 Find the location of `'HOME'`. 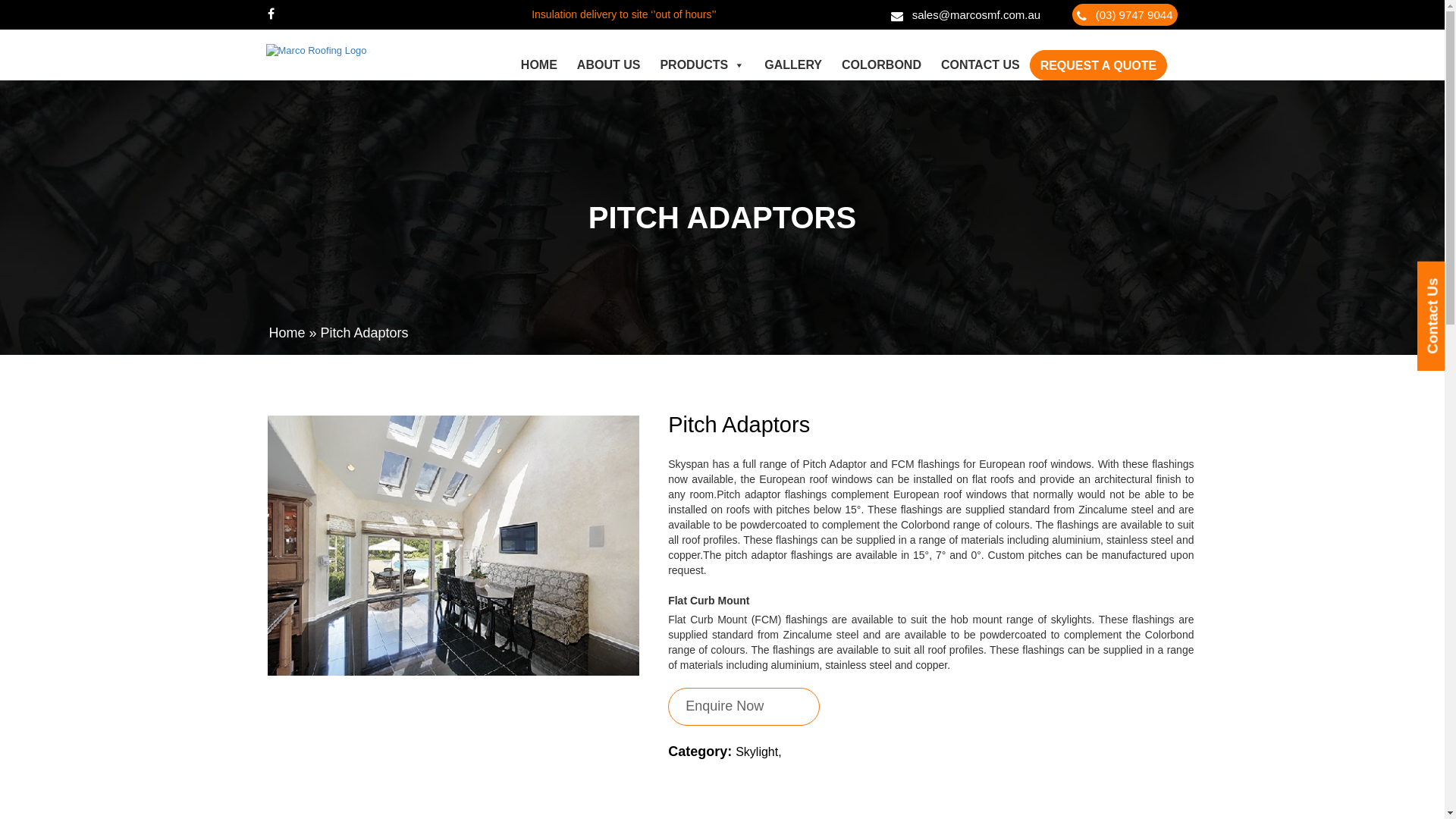

'HOME' is located at coordinates (538, 64).